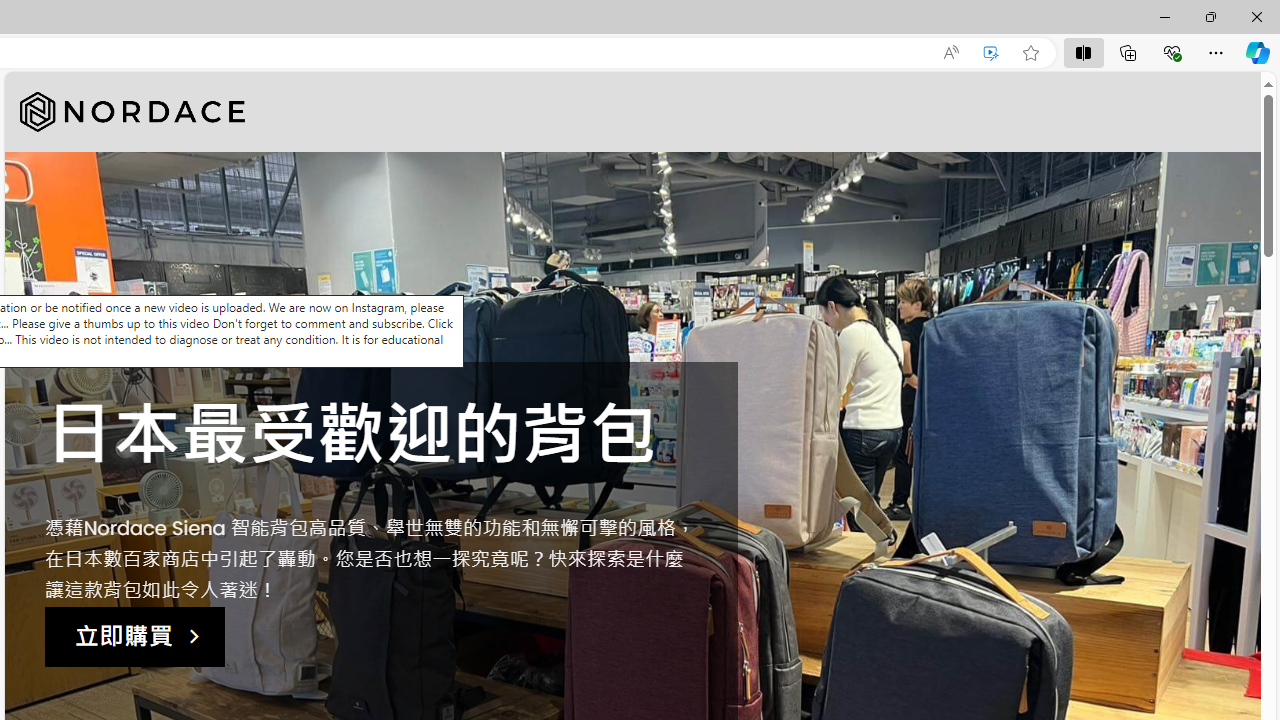 This screenshot has height=720, width=1280. Describe the element at coordinates (1257, 51) in the screenshot. I see `'Copilot (Ctrl+Shift+.)'` at that location.